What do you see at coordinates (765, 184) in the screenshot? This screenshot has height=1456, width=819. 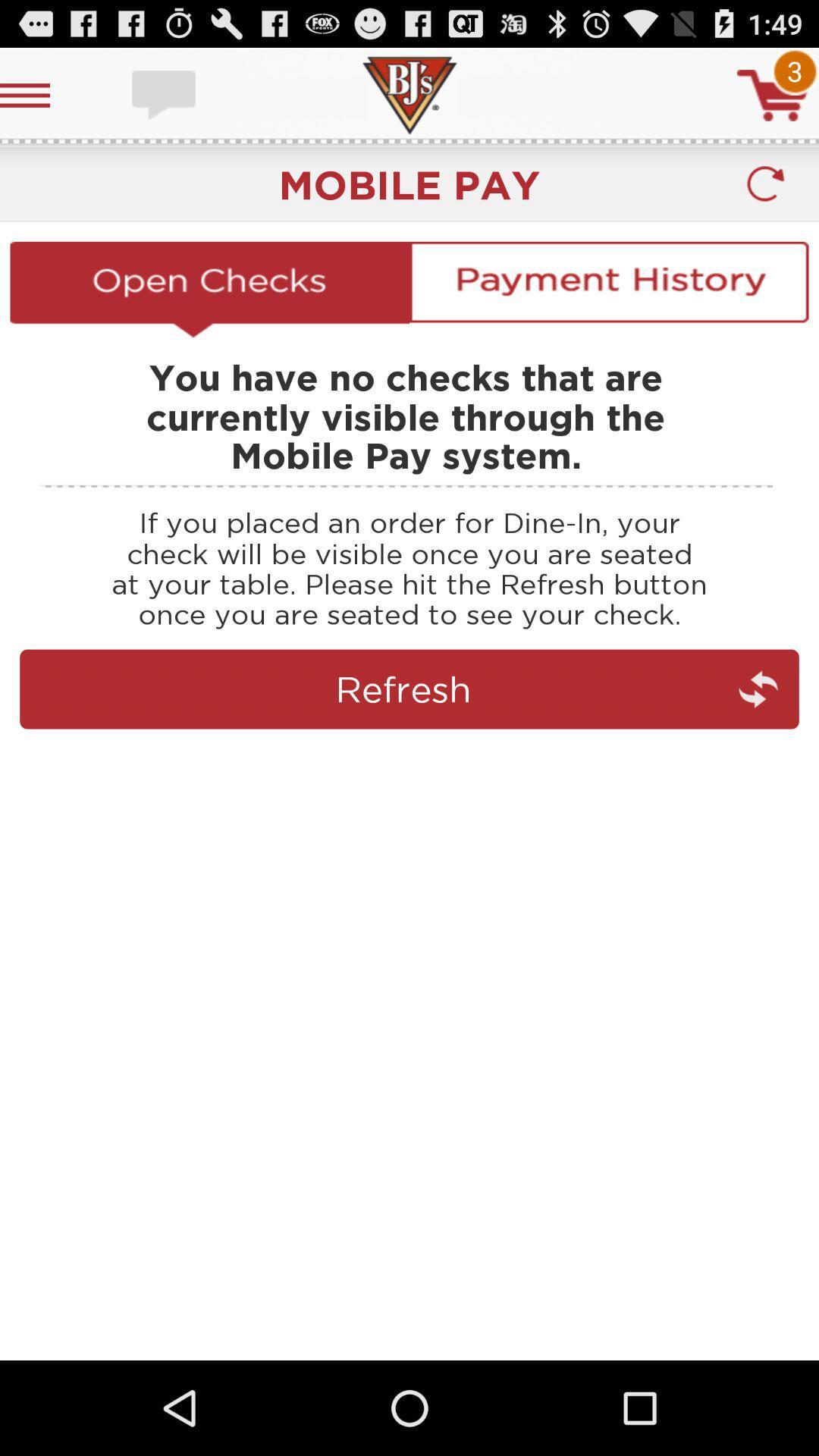 I see `reloaded user` at bounding box center [765, 184].